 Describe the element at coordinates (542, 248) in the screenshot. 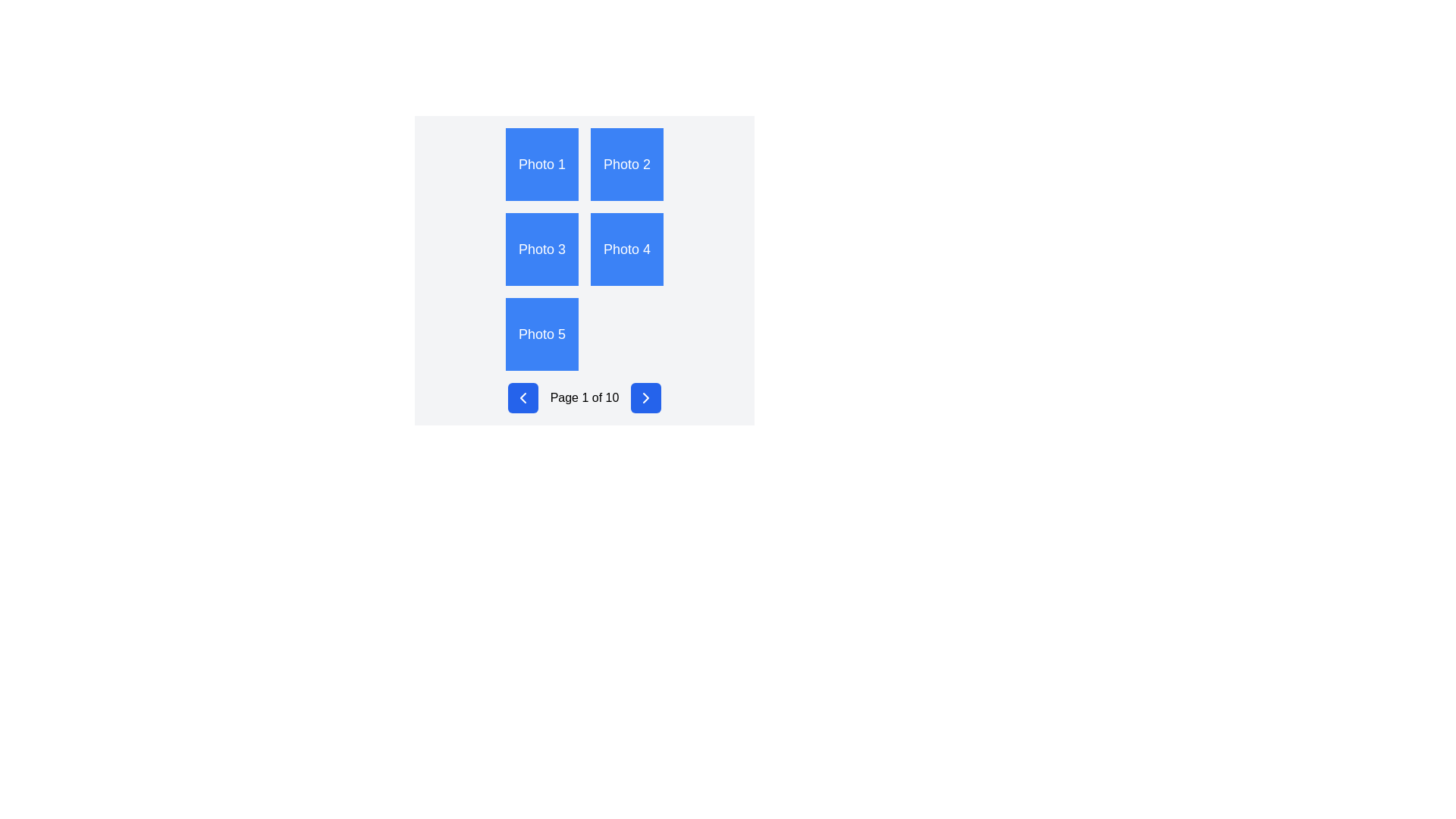

I see `the blue square button labeled 'Photo 3' with white text, located in the middle row of the grid layout` at that location.